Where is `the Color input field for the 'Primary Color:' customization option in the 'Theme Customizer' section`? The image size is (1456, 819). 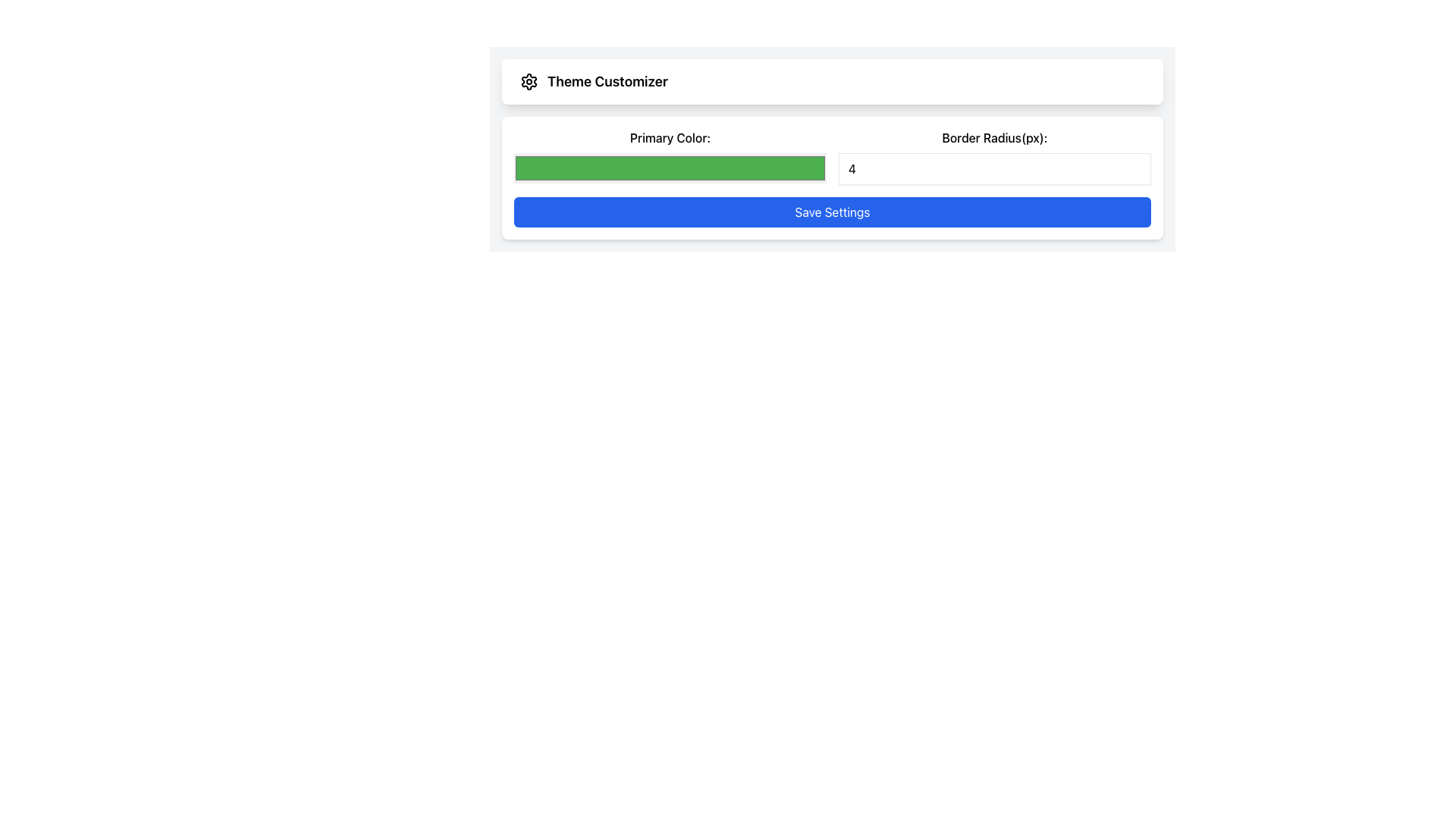
the Color input field for the 'Primary Color:' customization option in the 'Theme Customizer' section is located at coordinates (669, 157).